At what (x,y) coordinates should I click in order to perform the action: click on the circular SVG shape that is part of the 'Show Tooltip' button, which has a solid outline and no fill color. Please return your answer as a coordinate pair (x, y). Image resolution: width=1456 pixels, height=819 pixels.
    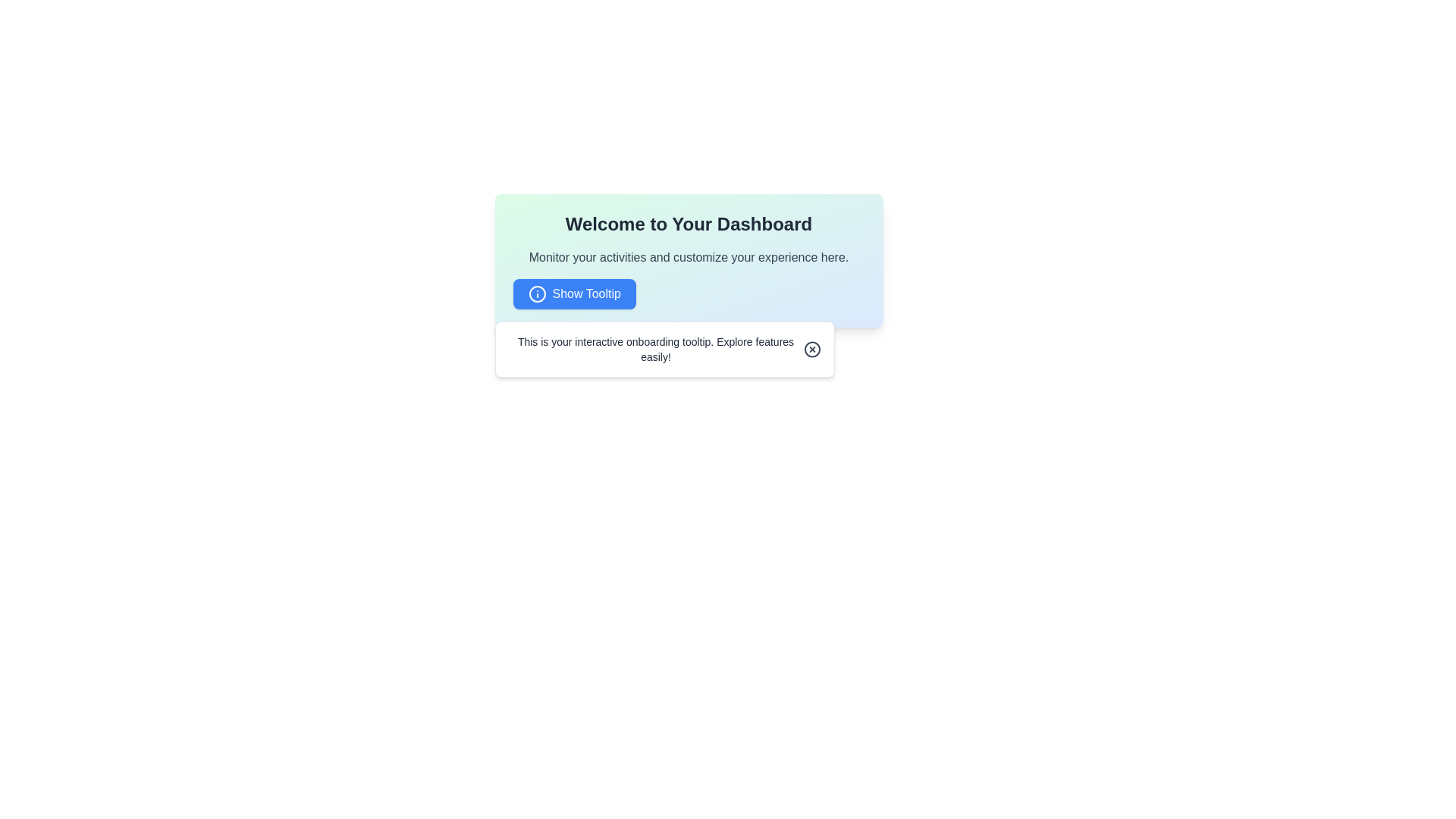
    Looking at the image, I should click on (537, 294).